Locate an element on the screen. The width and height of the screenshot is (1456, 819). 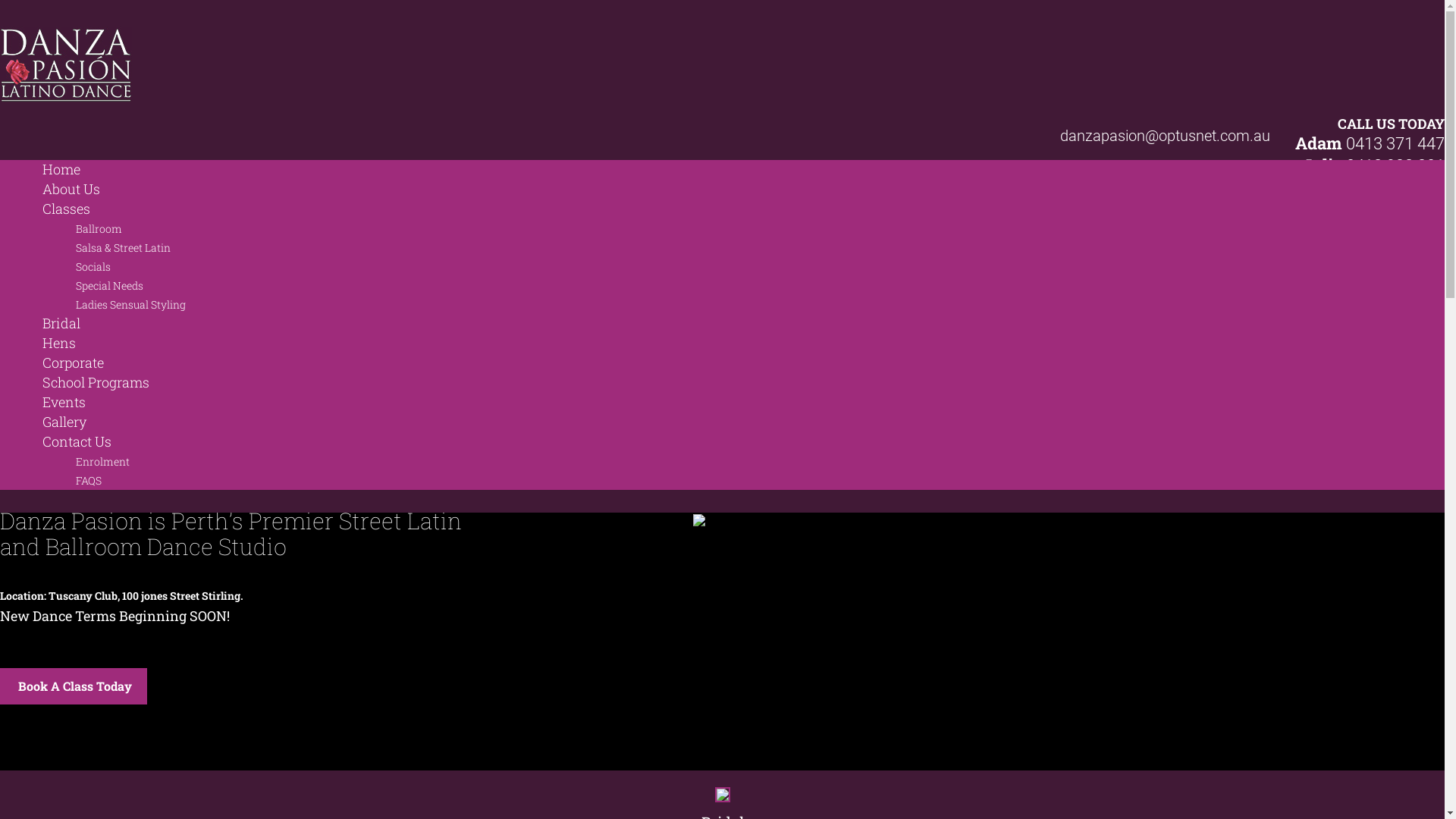
'Home' is located at coordinates (30, 169).